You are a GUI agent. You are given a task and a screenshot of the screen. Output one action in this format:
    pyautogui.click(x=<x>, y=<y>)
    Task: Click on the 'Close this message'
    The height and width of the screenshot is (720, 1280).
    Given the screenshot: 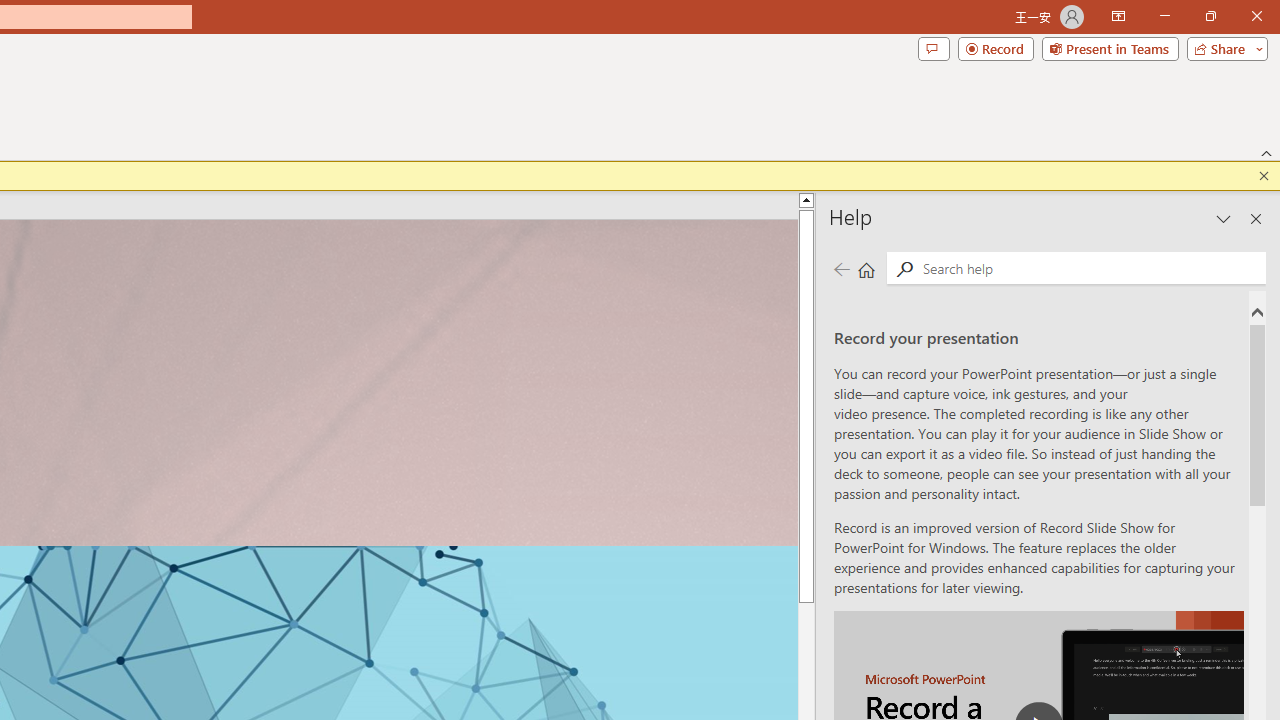 What is the action you would take?
    pyautogui.click(x=1263, y=175)
    